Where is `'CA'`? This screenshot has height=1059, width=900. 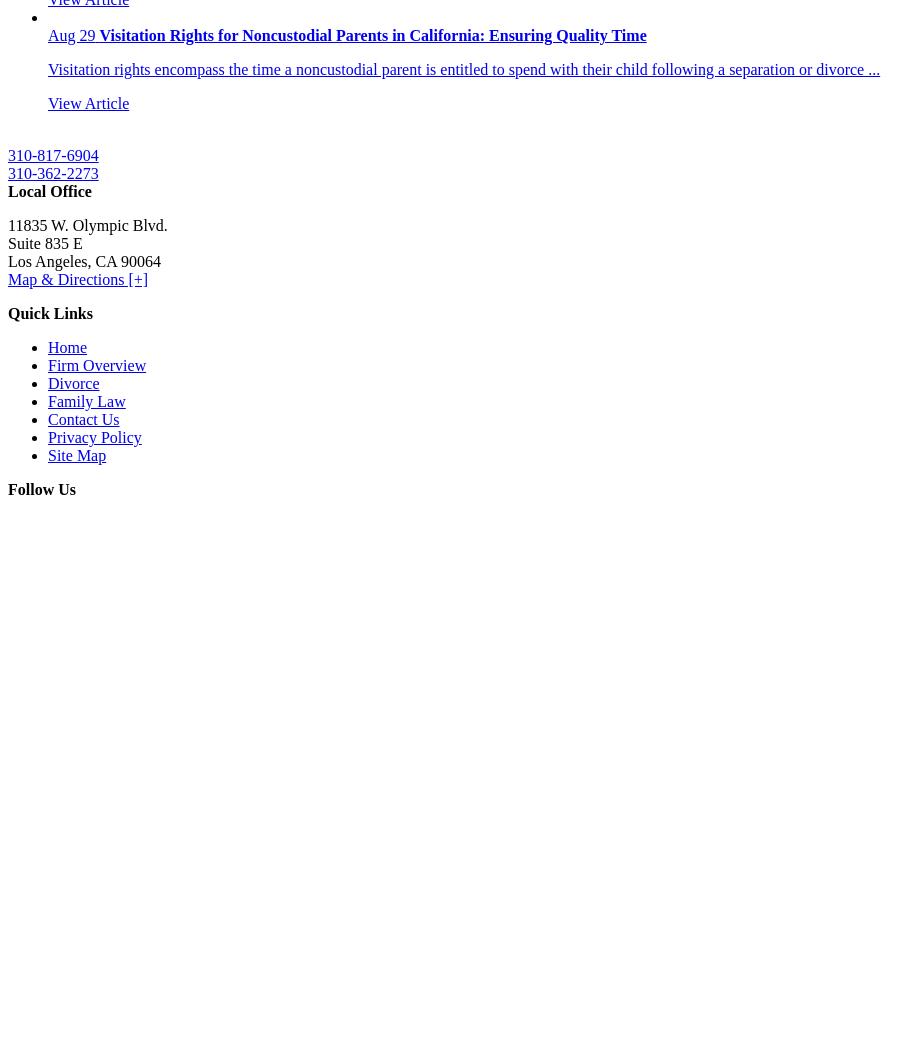 'CA' is located at coordinates (106, 261).